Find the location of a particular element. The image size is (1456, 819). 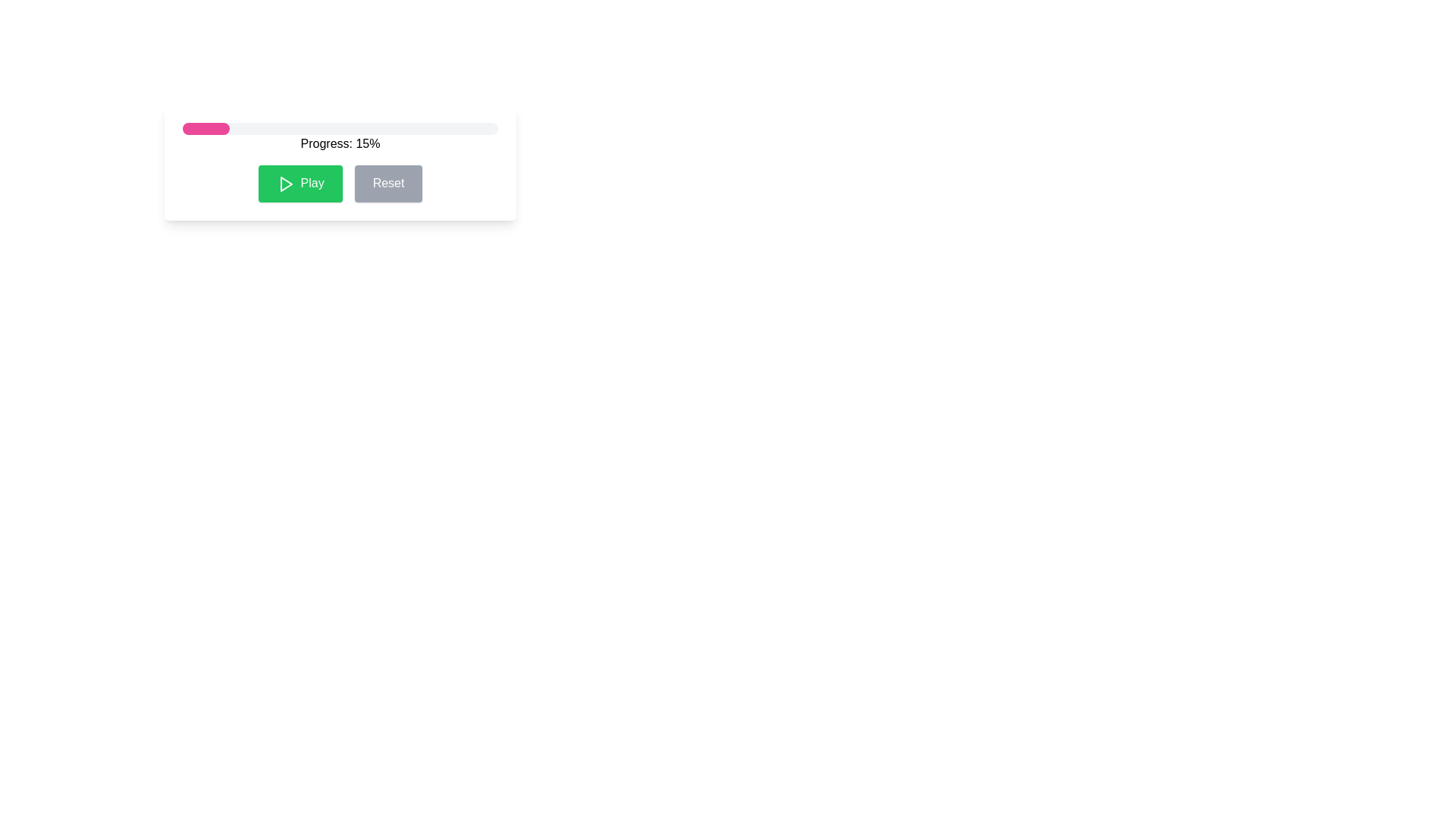

the play button, which is an SVG icon within a green button labeled 'Play', to initiate the play function is located at coordinates (285, 183).